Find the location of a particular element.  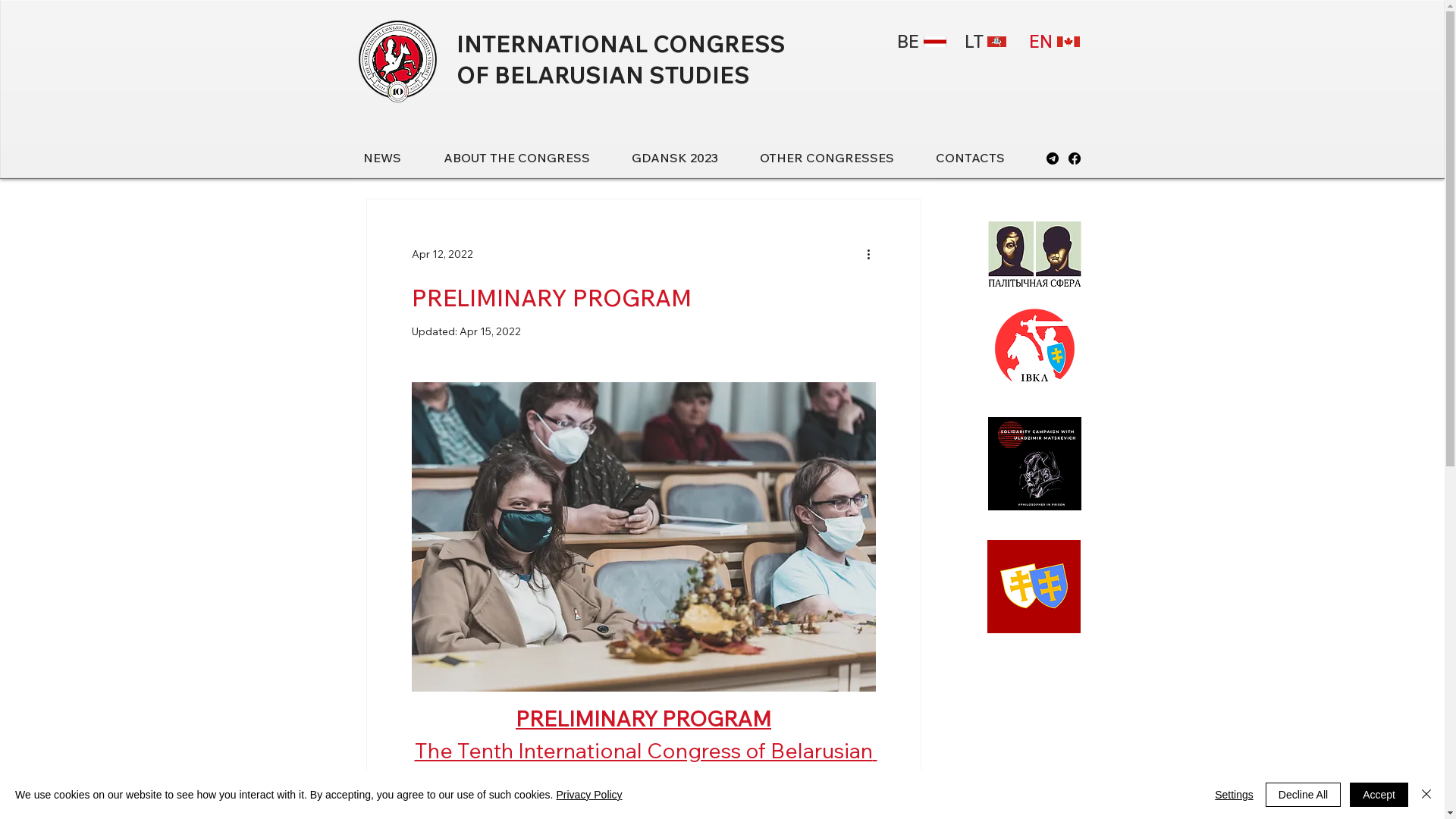

'ABOUT THE CONGRESS' is located at coordinates (529, 158).